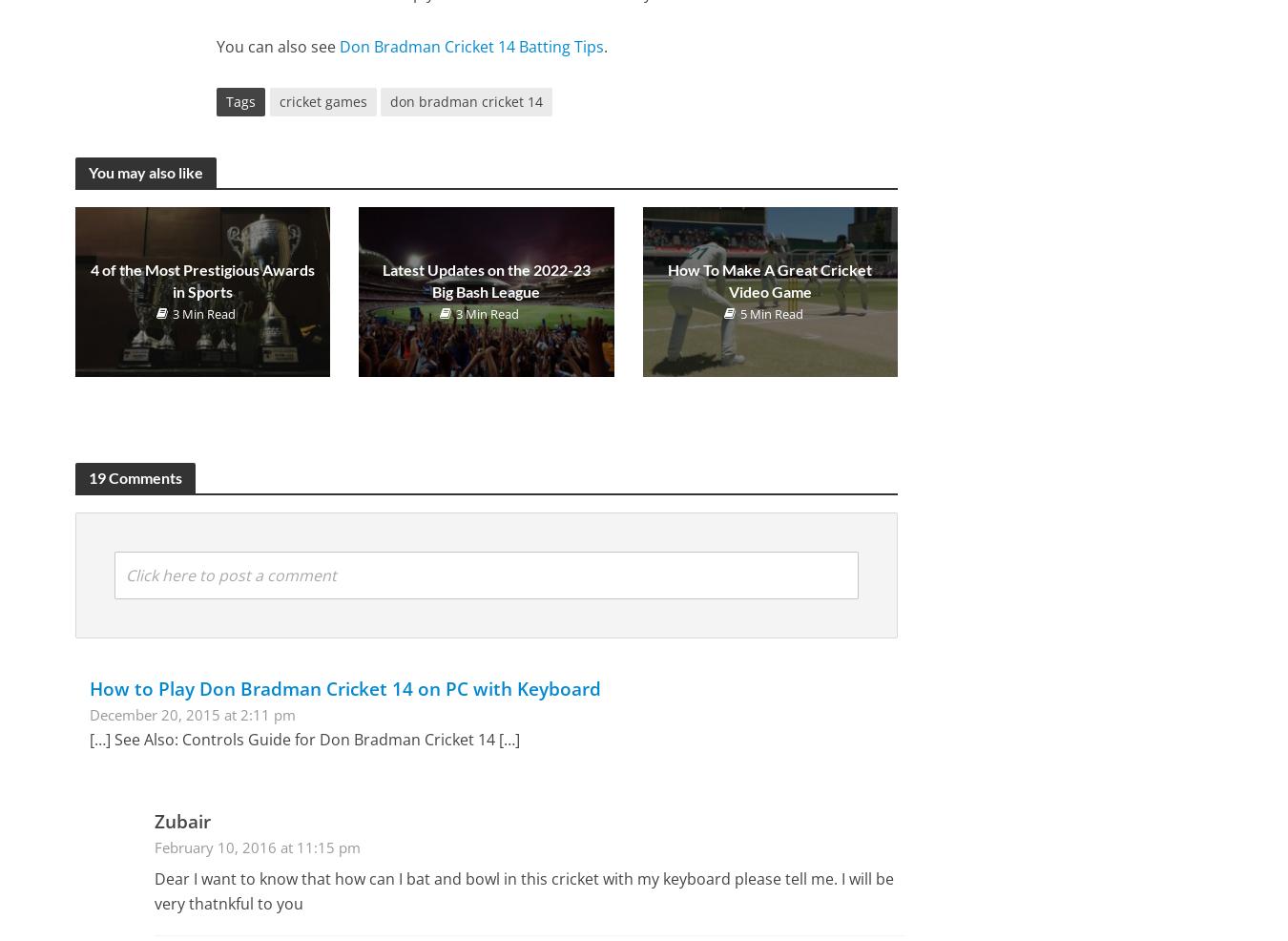 This screenshot has width=1288, height=941. Describe the element at coordinates (201, 280) in the screenshot. I see `'4 of the Most Prestigious Awards in Sports'` at that location.